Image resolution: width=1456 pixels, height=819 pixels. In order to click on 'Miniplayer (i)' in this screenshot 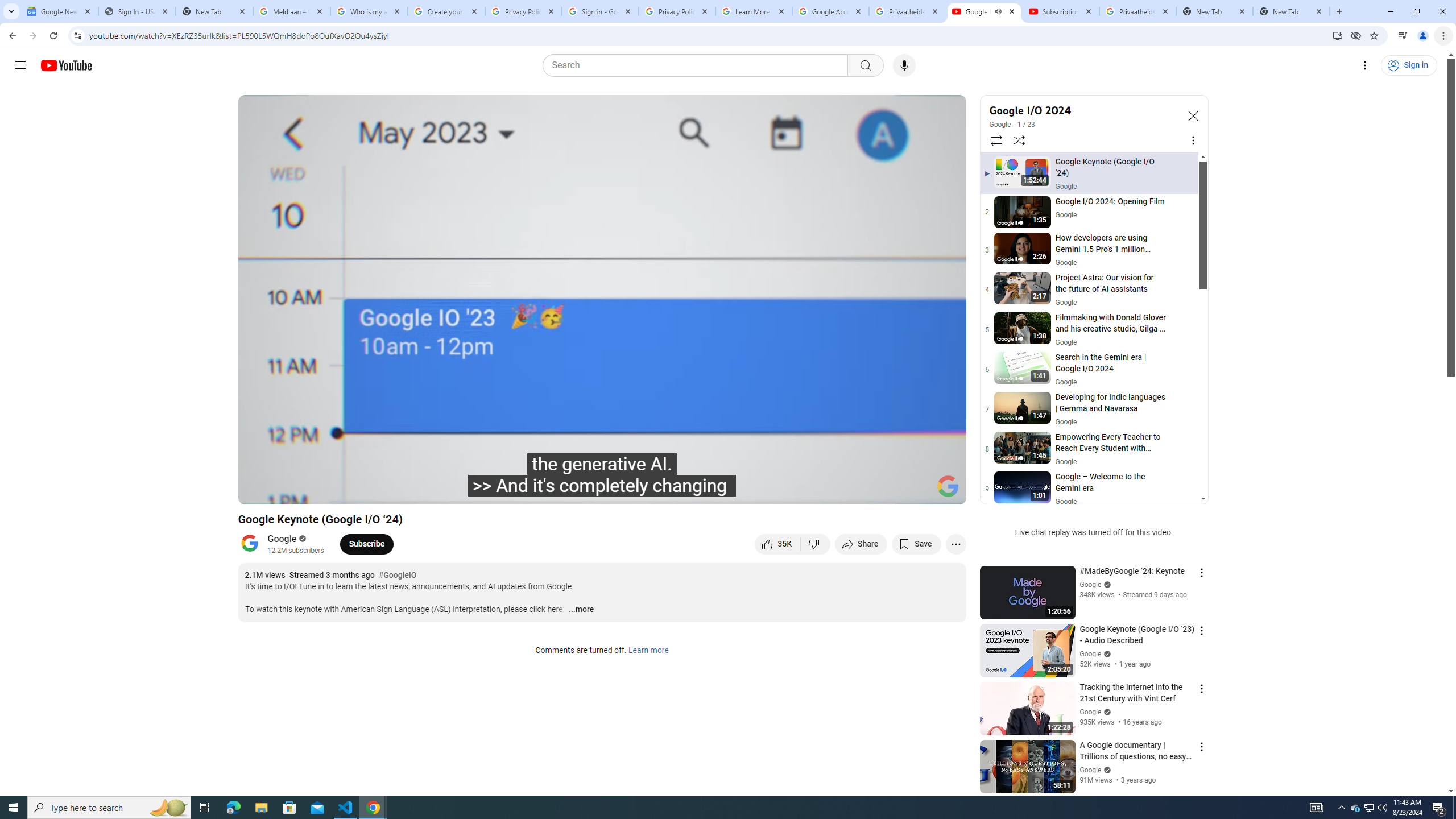, I will do `click(890, 490)`.